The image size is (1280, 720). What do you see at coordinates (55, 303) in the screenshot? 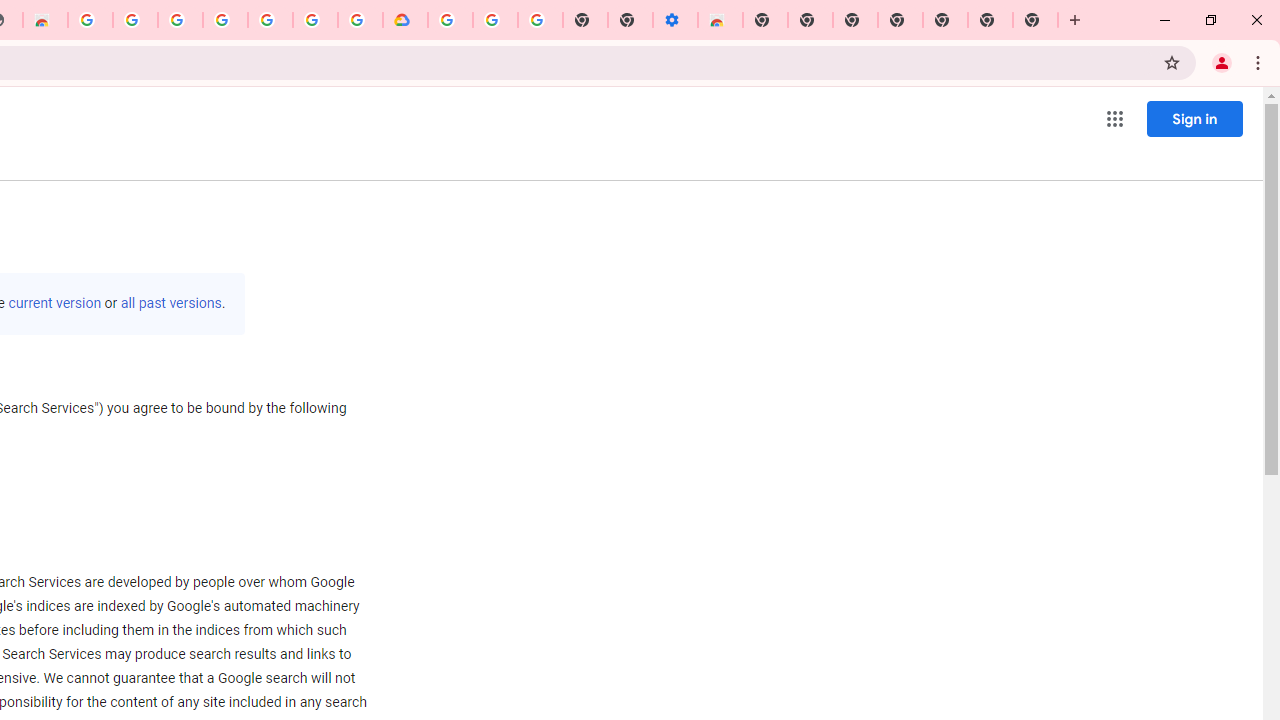
I see `'current version'` at bounding box center [55, 303].